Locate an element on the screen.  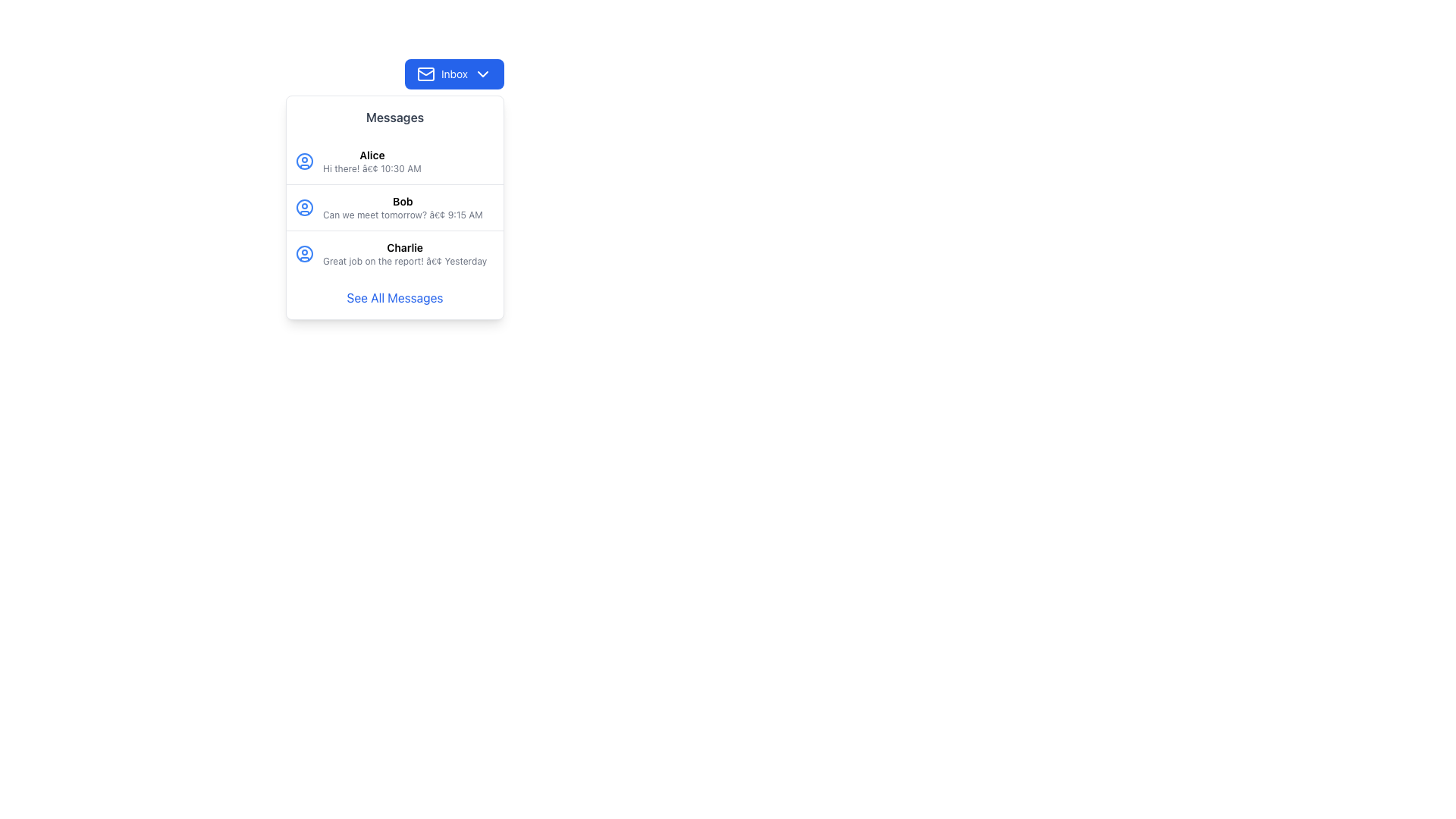
the Message preview item that displays 'Bob' in bold font and the message snippet 'Can we meet tomorrow?' is located at coordinates (403, 207).